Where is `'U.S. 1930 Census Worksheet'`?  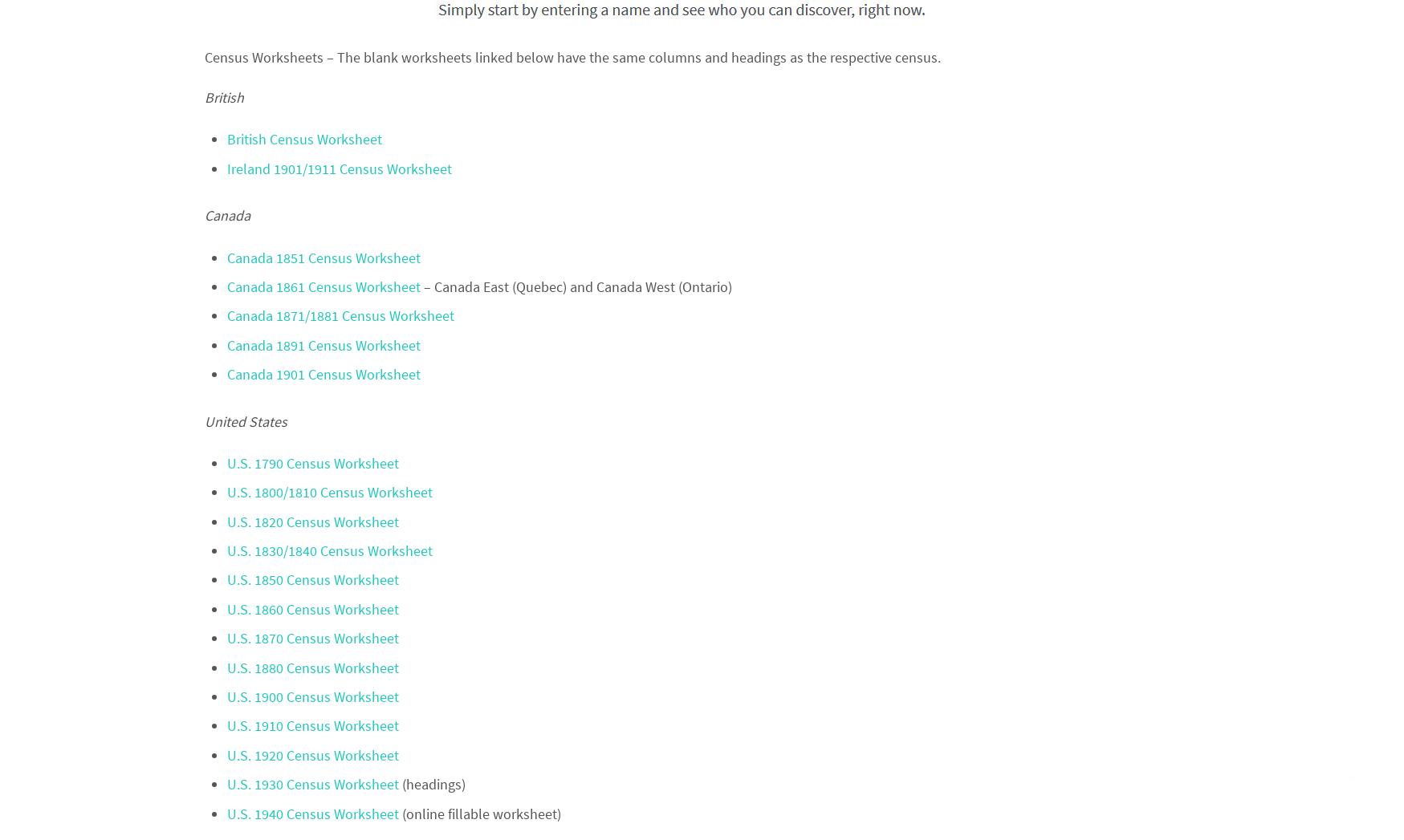 'U.S. 1930 Census Worksheet' is located at coordinates (226, 783).